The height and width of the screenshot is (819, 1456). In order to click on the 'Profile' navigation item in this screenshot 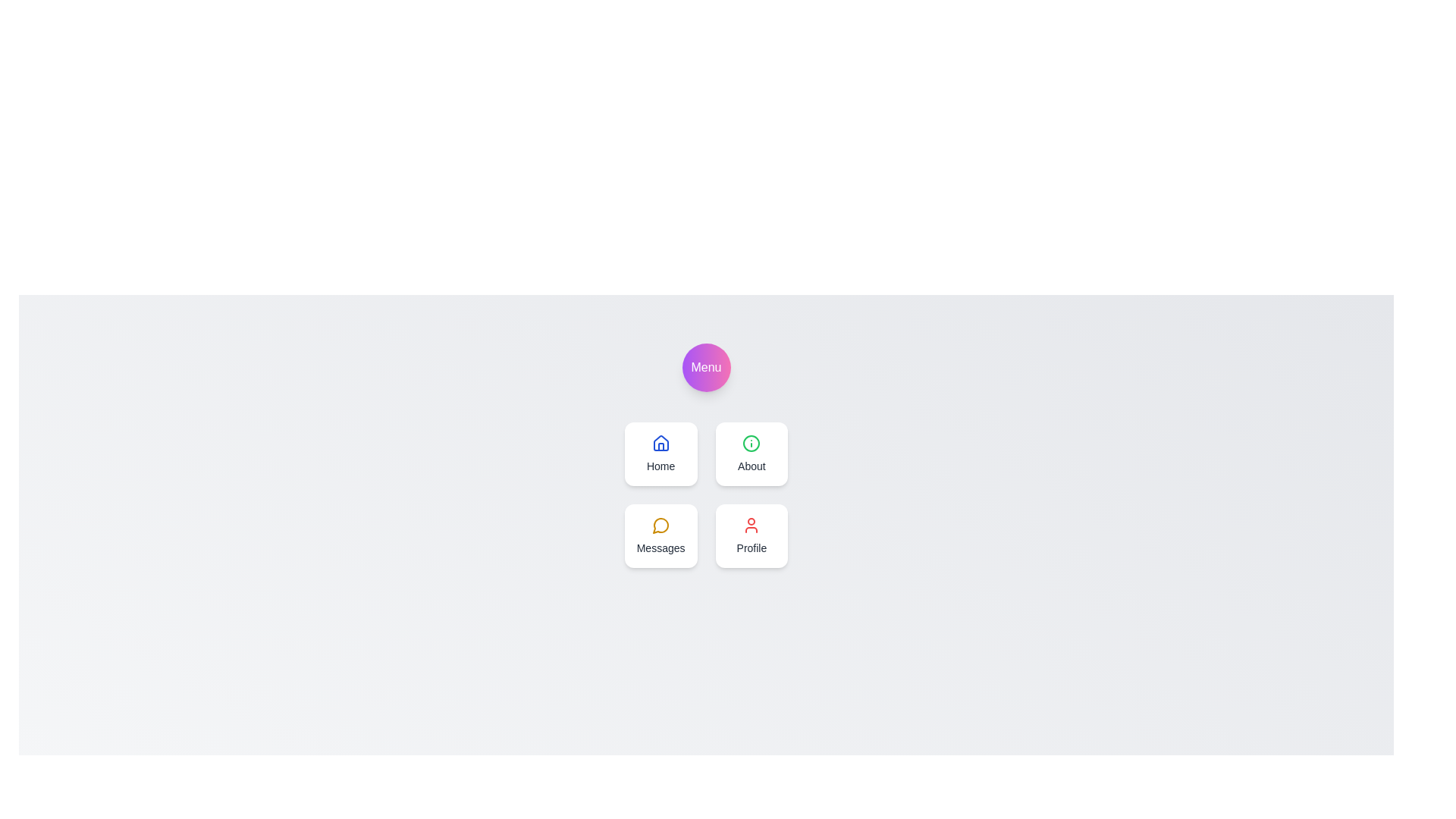, I will do `click(751, 535)`.